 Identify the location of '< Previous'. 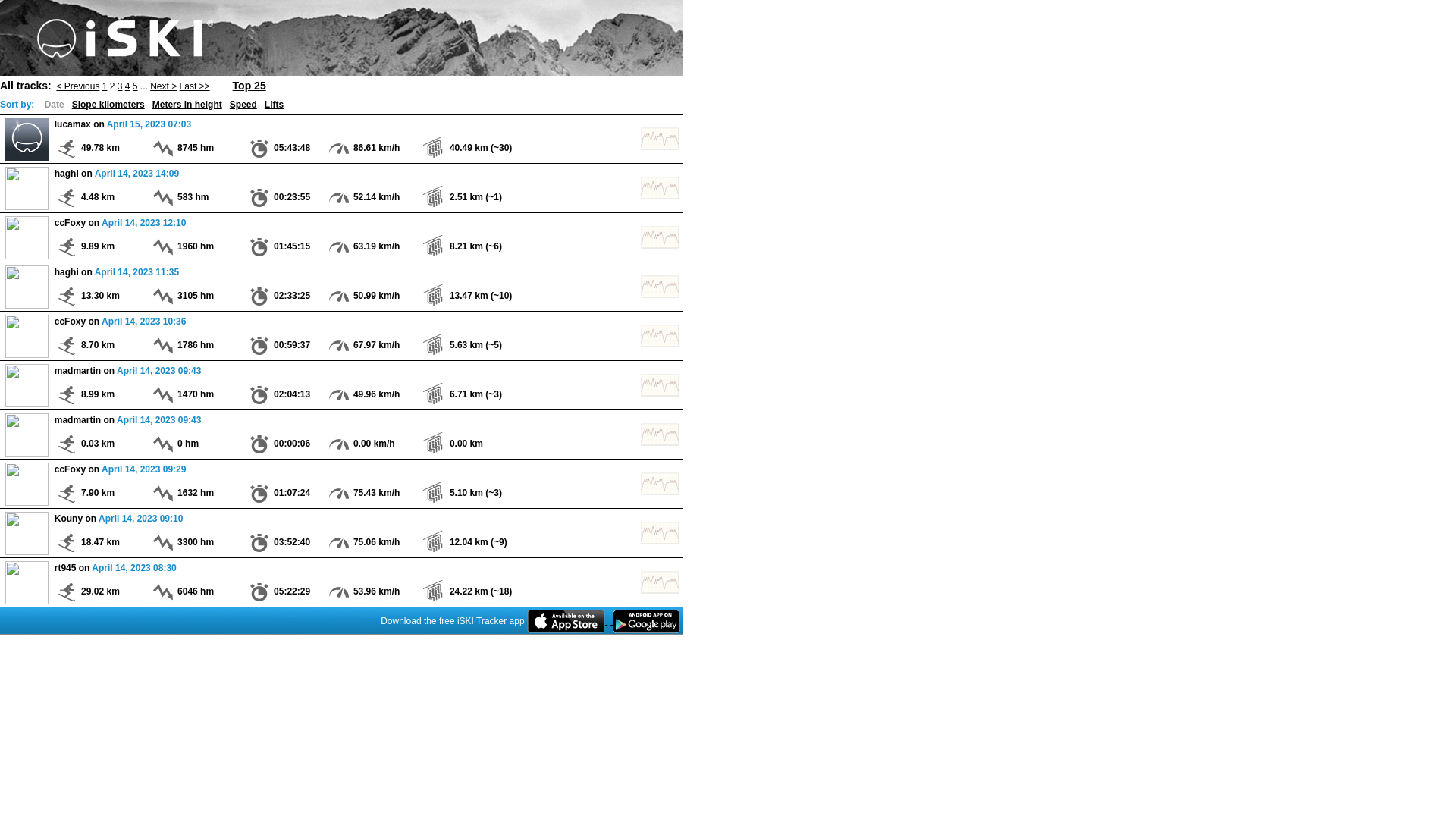
(77, 85).